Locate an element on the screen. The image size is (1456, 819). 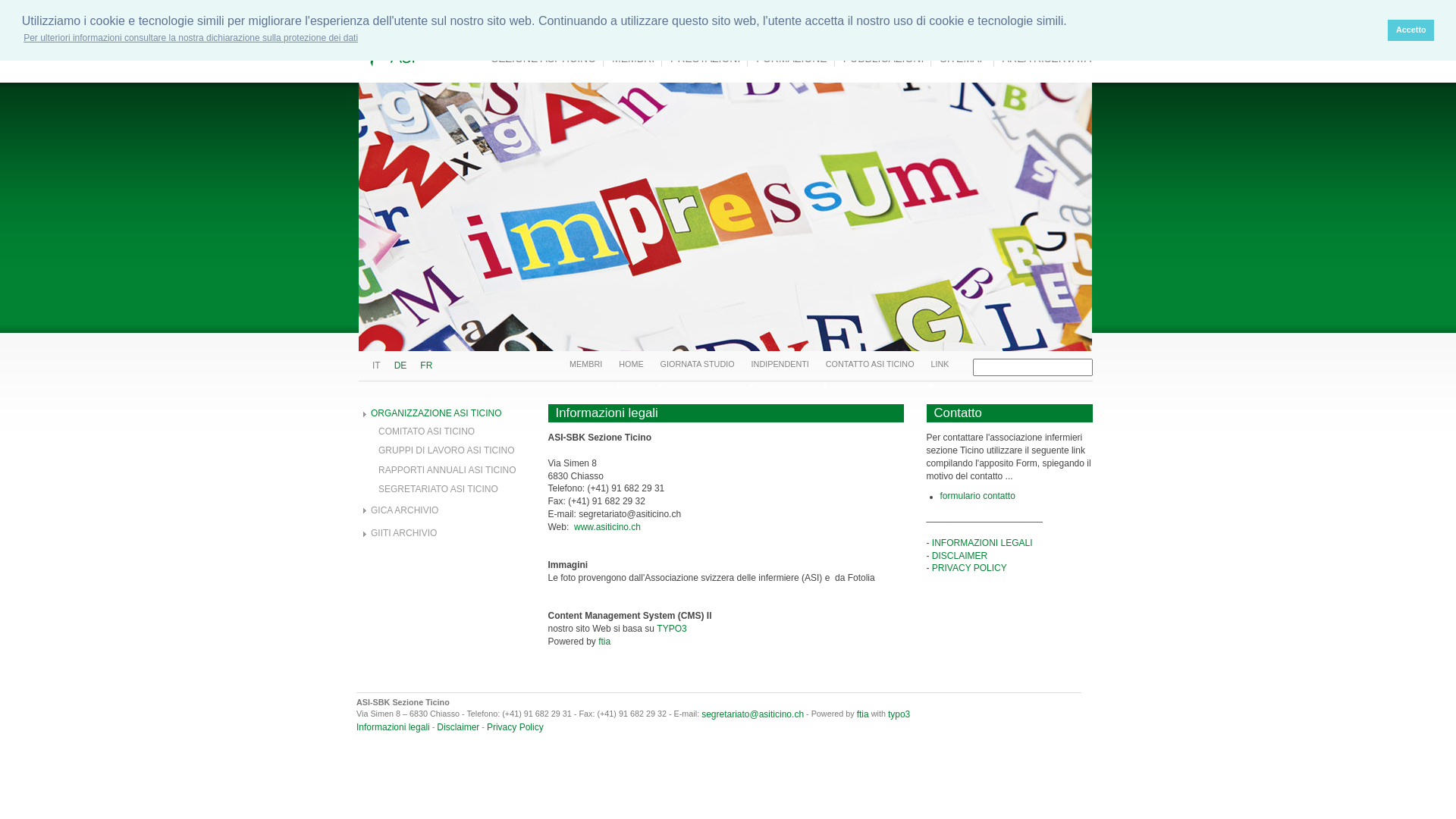
'ORGANIZZAZIONE ASI TICINO' is located at coordinates (435, 413).